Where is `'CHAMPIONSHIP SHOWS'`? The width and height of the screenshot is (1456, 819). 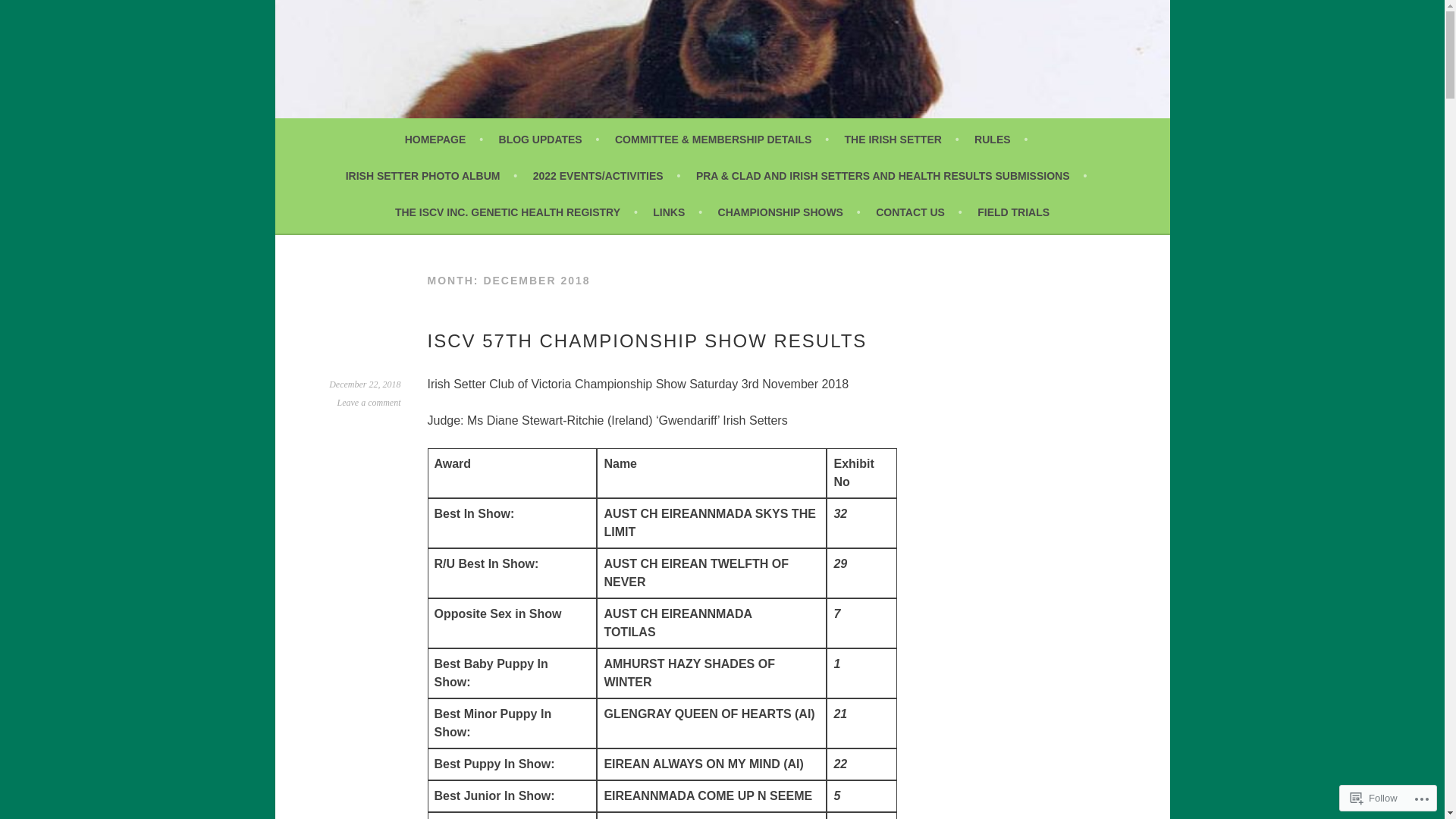 'CHAMPIONSHIP SHOWS' is located at coordinates (789, 212).